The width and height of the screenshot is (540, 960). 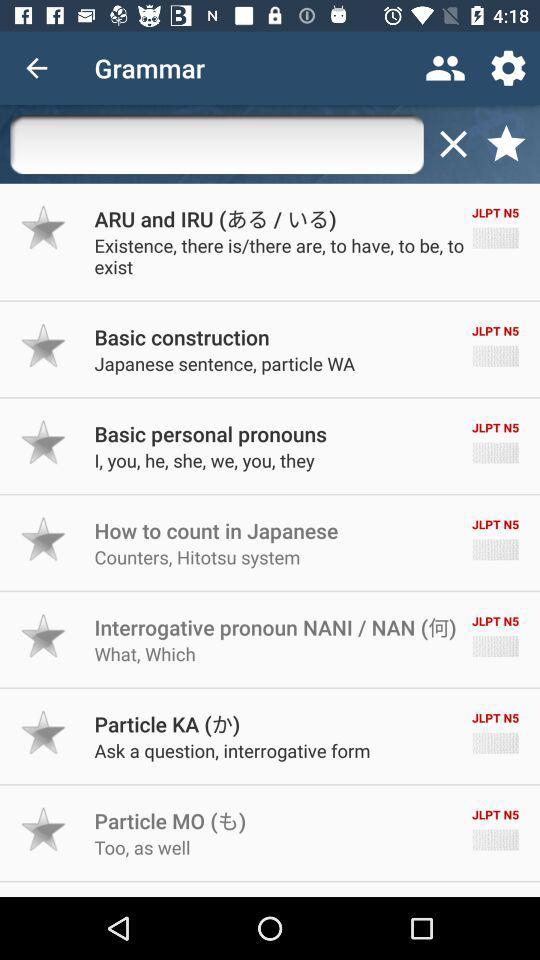 I want to click on the icon to the left of the jlpt n5, so click(x=166, y=723).